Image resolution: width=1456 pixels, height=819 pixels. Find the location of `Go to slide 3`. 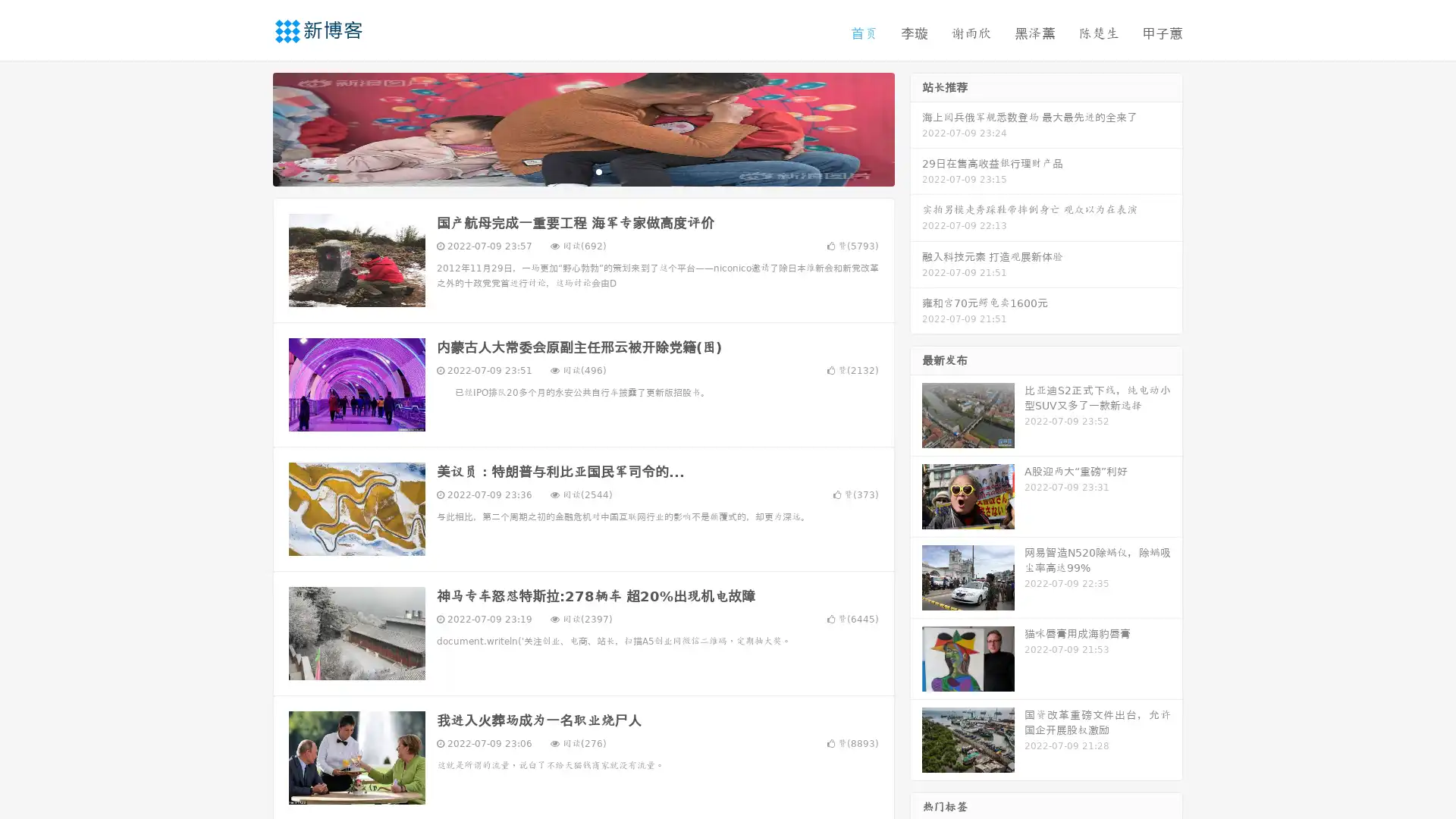

Go to slide 3 is located at coordinates (598, 171).